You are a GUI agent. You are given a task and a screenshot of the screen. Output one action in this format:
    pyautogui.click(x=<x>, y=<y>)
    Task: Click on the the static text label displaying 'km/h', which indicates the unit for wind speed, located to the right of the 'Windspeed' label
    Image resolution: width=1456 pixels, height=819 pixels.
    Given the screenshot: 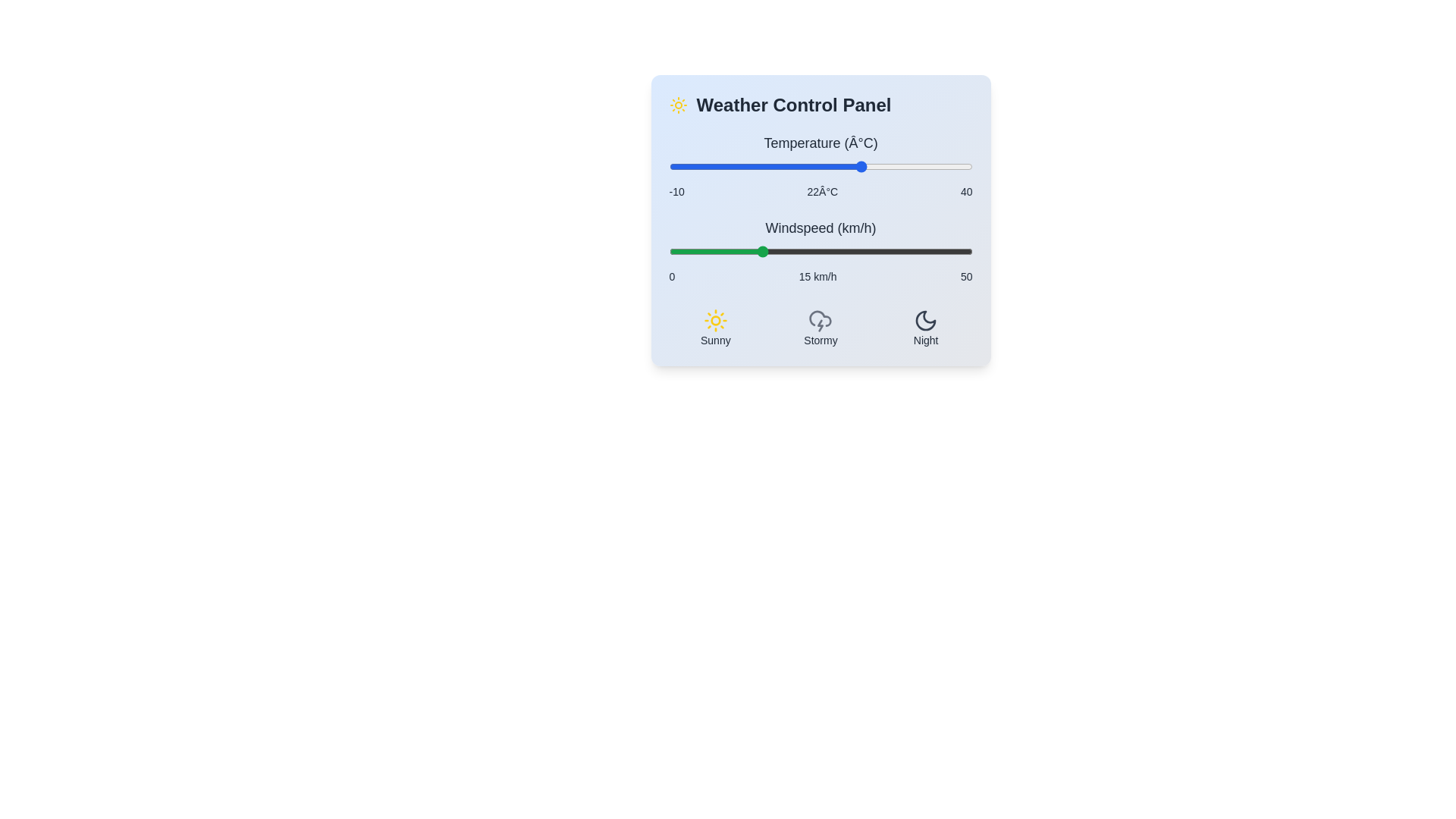 What is the action you would take?
    pyautogui.click(x=857, y=227)
    